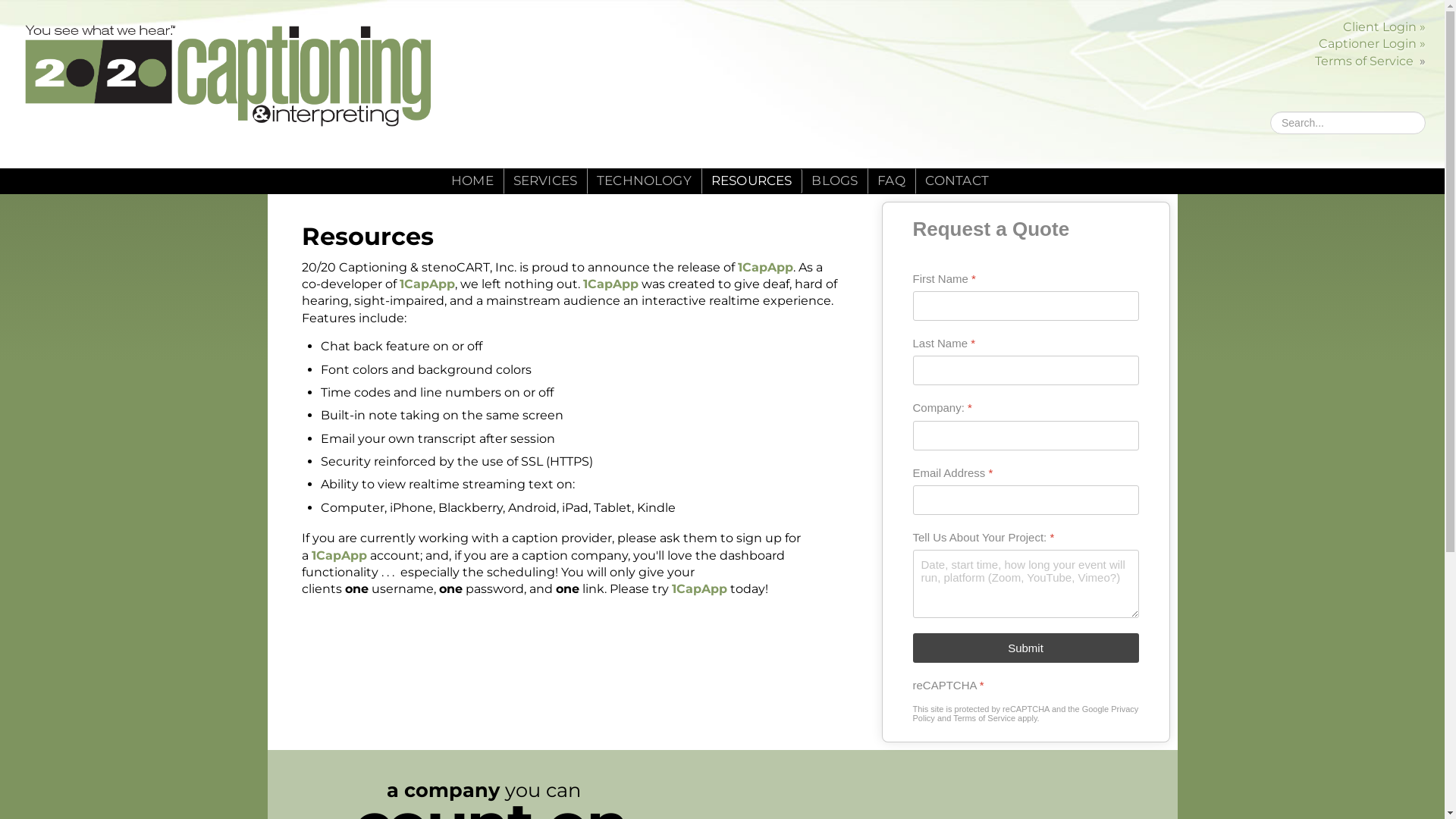  I want to click on 'CONTACT', so click(956, 180).